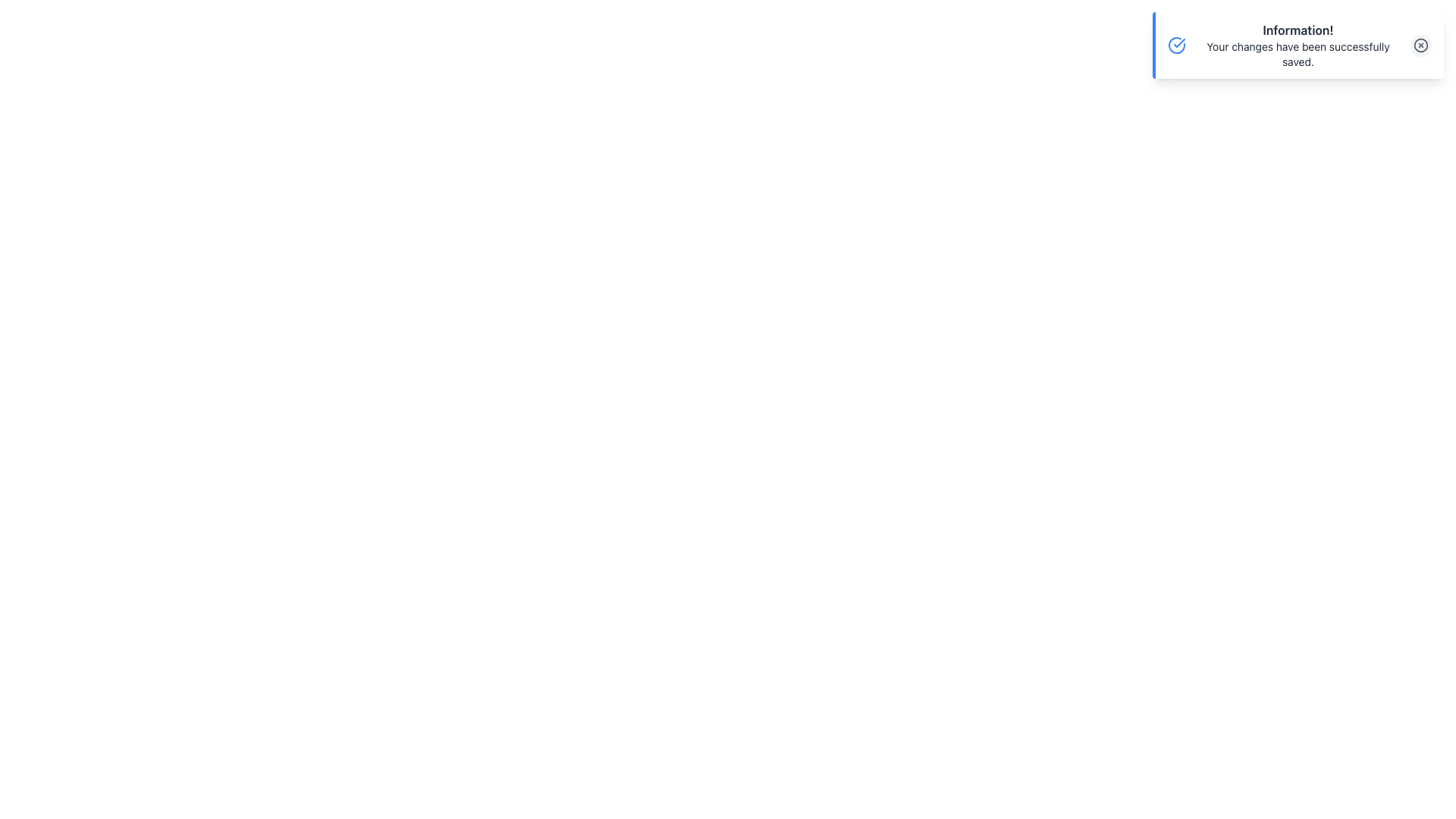 The width and height of the screenshot is (1456, 819). I want to click on the circular SVG element that is part of a warning icon, located in the upper right corner of the notification banner indicating successful changes, so click(1420, 45).